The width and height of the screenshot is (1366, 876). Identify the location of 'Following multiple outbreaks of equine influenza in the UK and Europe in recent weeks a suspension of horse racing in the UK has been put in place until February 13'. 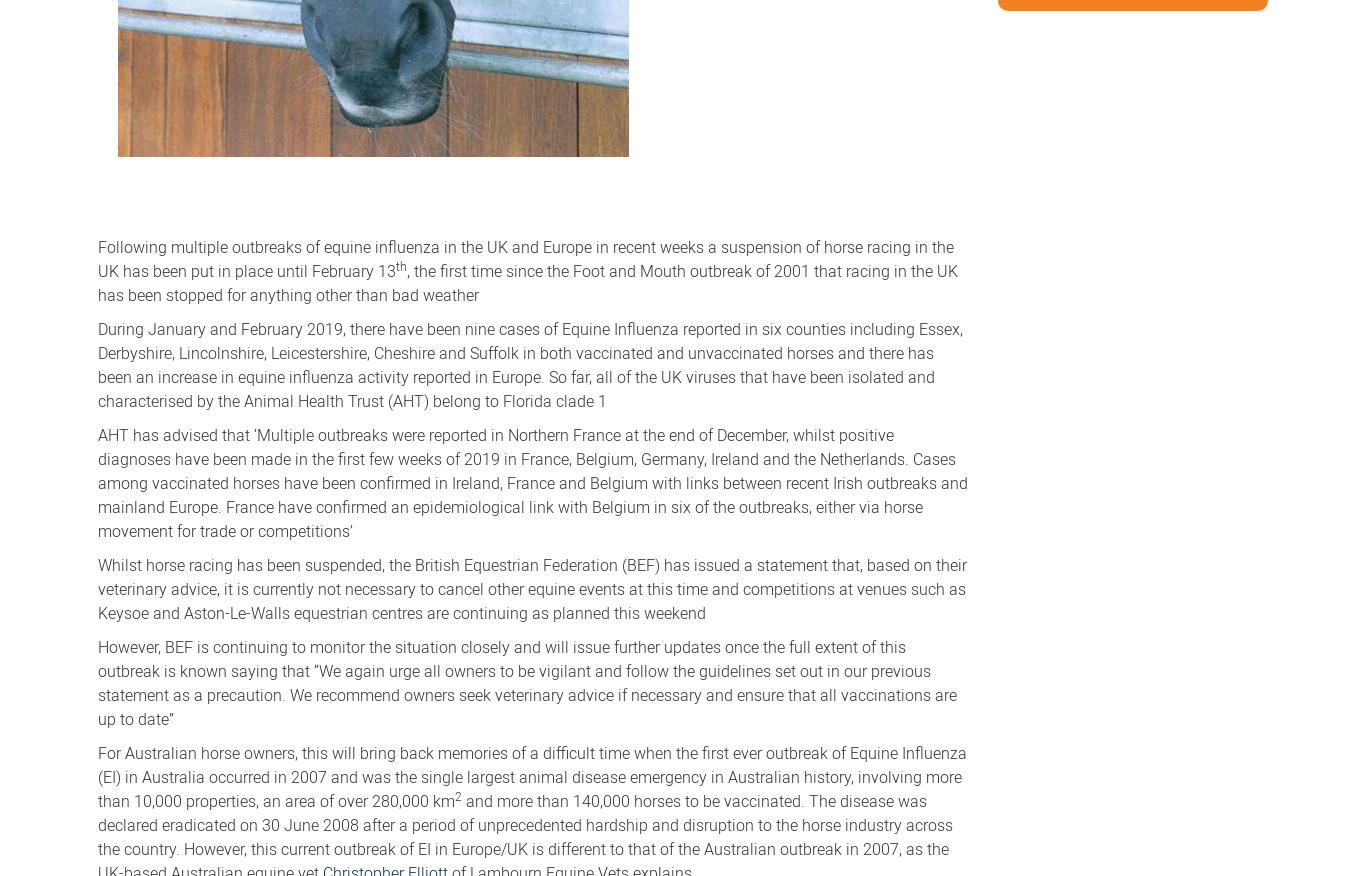
(97, 256).